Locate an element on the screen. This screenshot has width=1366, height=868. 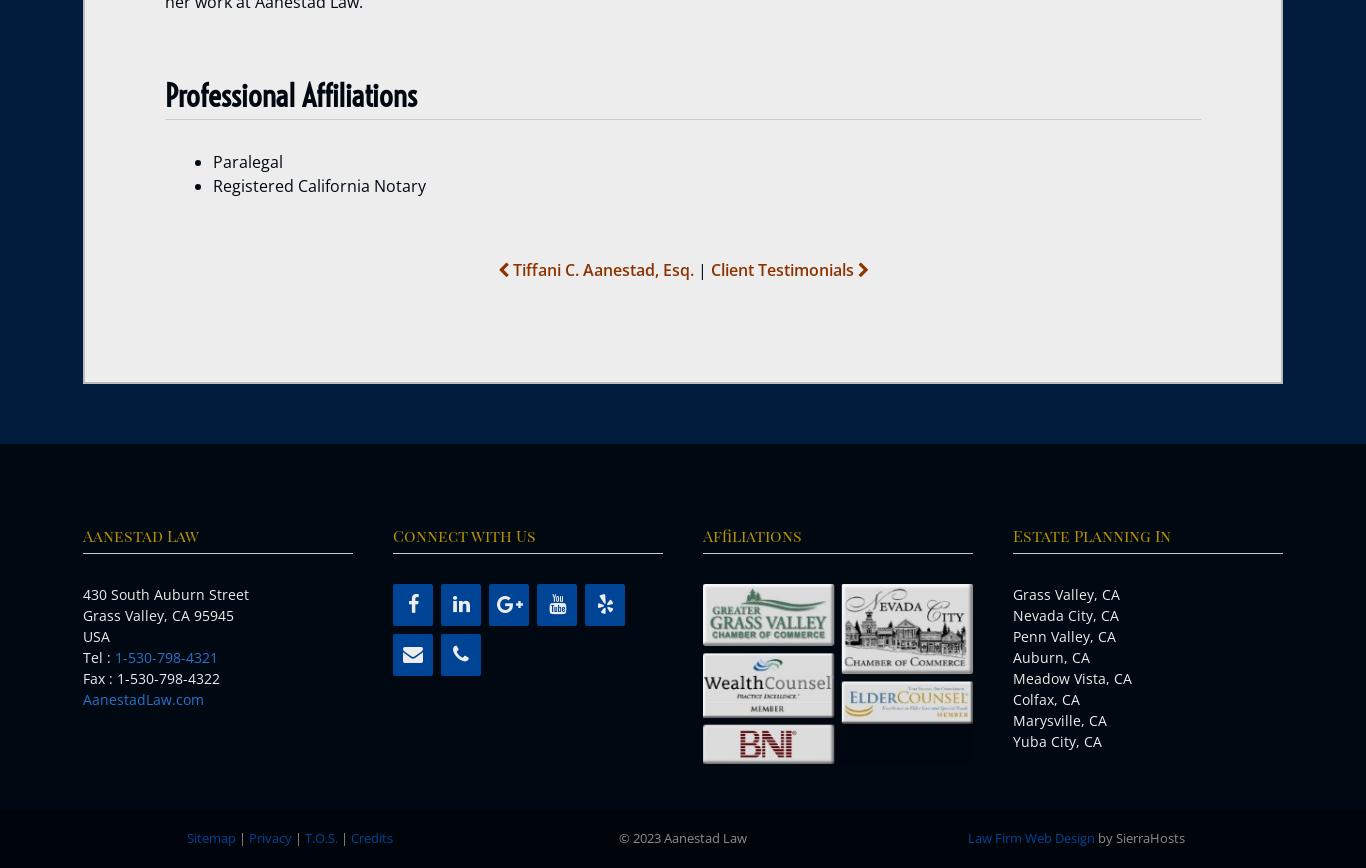
'1-530-798-4321' is located at coordinates (165, 657).